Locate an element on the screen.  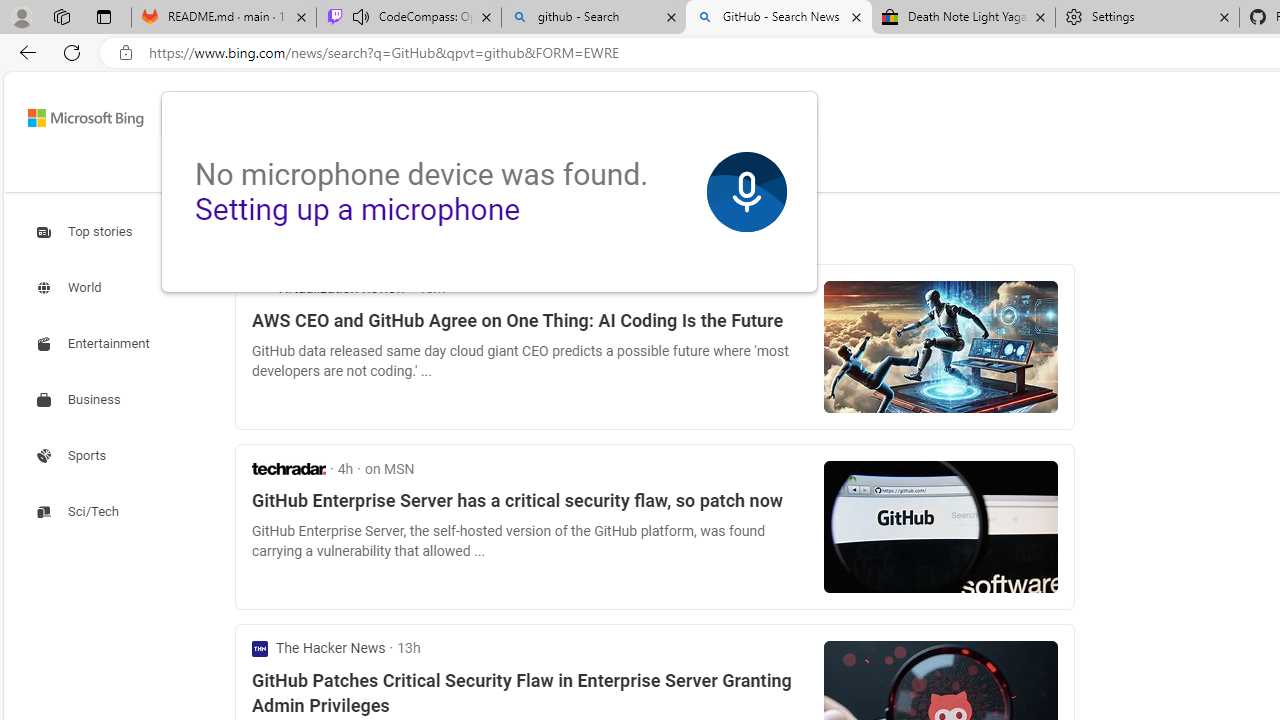
'MORE' is located at coordinates (696, 172).